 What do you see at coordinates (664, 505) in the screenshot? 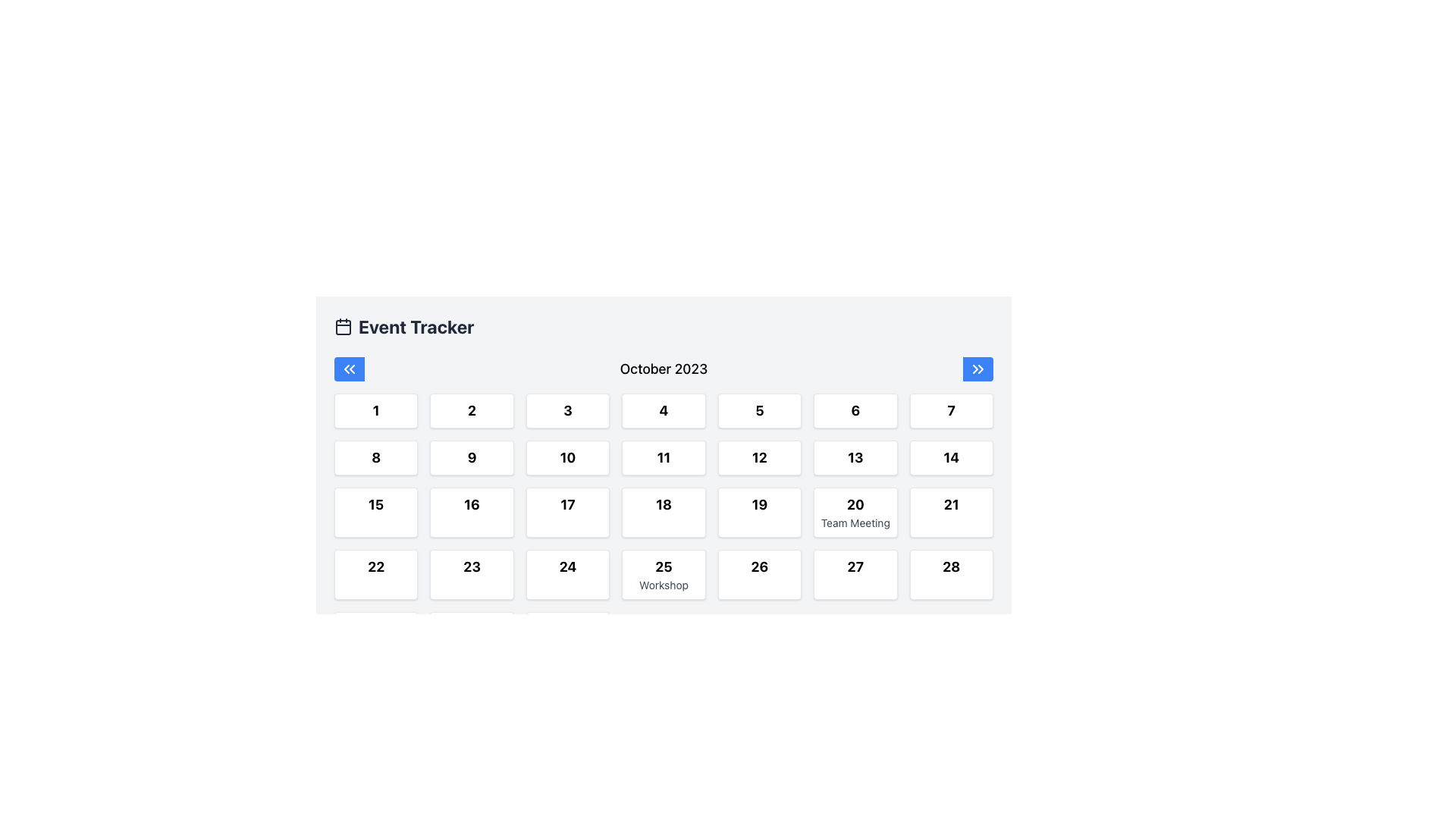
I see `the text representing the calendar day '18' in the visual calendar interface` at bounding box center [664, 505].